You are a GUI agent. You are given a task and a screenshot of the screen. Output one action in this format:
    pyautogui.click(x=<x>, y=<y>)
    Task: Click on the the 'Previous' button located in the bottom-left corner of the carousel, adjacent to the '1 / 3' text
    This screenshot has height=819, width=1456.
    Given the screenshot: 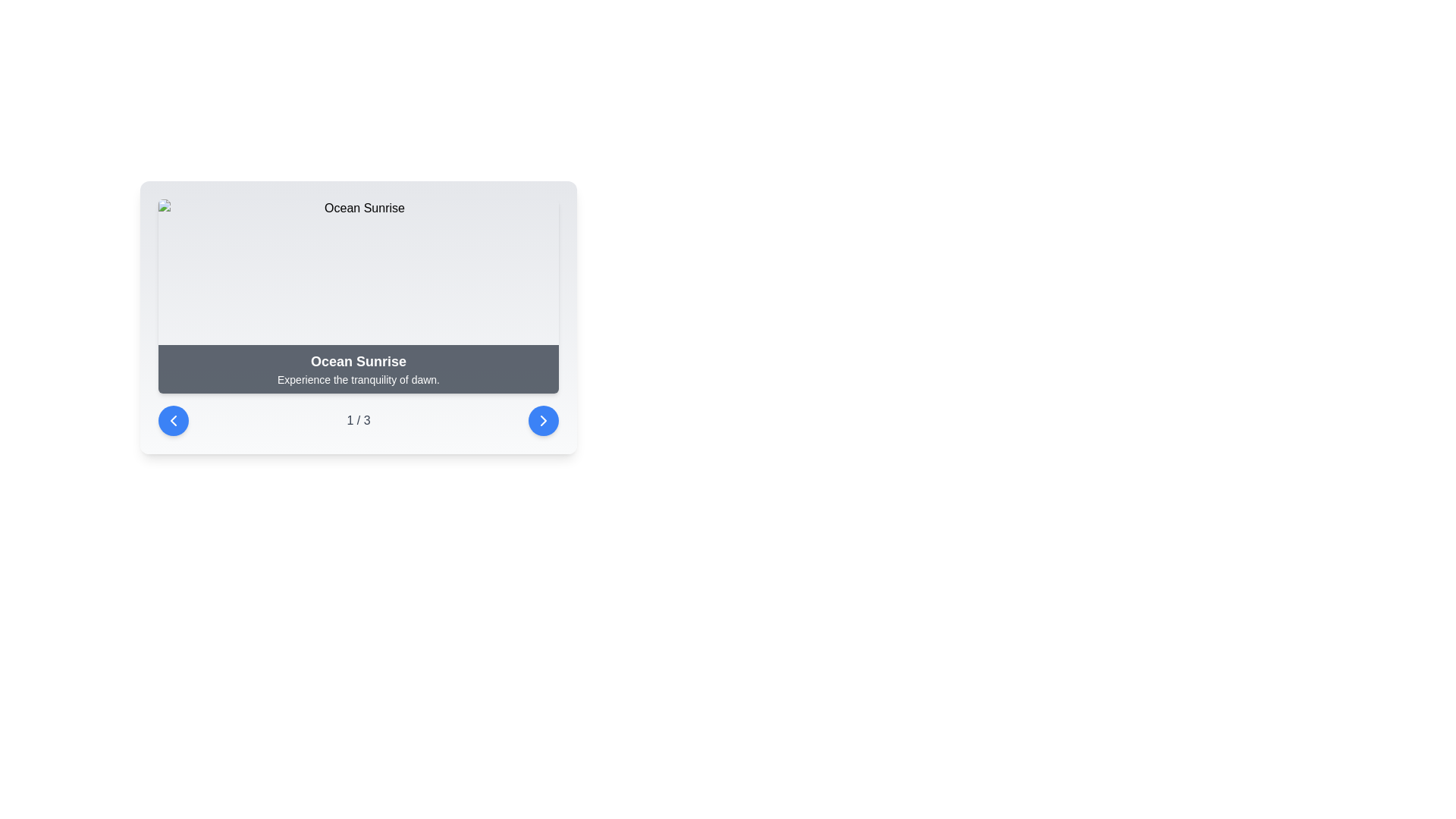 What is the action you would take?
    pyautogui.click(x=174, y=421)
    